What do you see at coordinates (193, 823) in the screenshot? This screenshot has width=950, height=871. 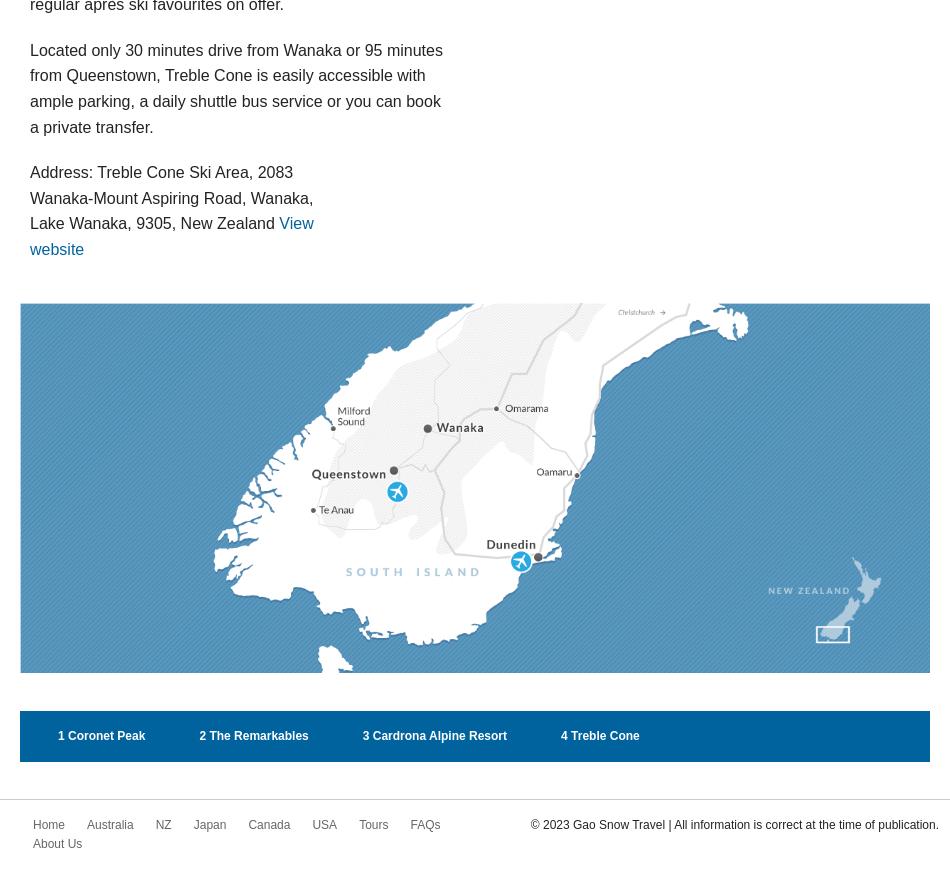 I see `'Japan'` at bounding box center [193, 823].